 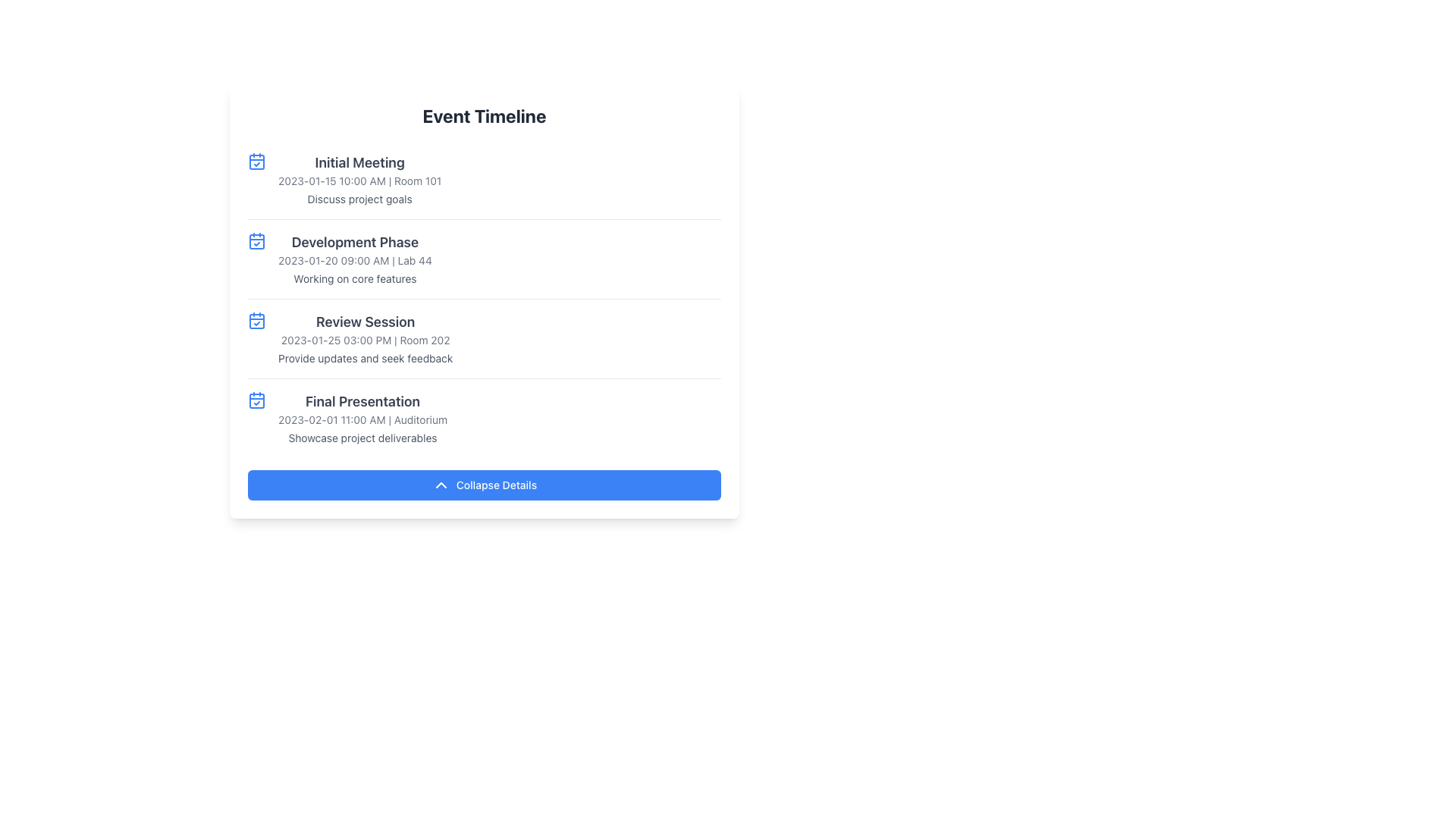 I want to click on the Event Detail Block that provides details for an event including its title, date, time, location, and description of objectives, which is positioned first in the Event Timeline, so click(x=483, y=178).